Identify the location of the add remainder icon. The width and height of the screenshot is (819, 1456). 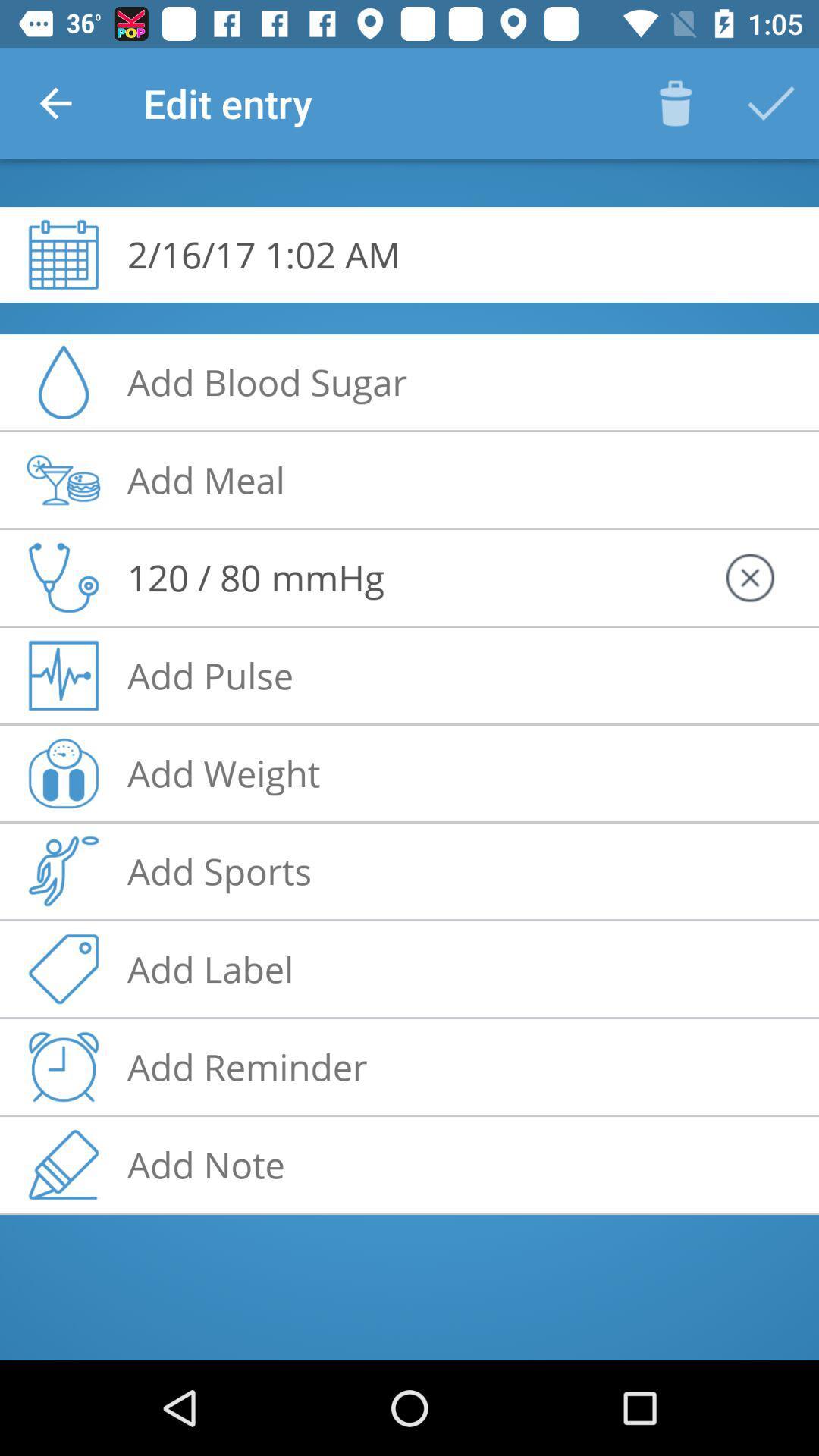
(63, 1065).